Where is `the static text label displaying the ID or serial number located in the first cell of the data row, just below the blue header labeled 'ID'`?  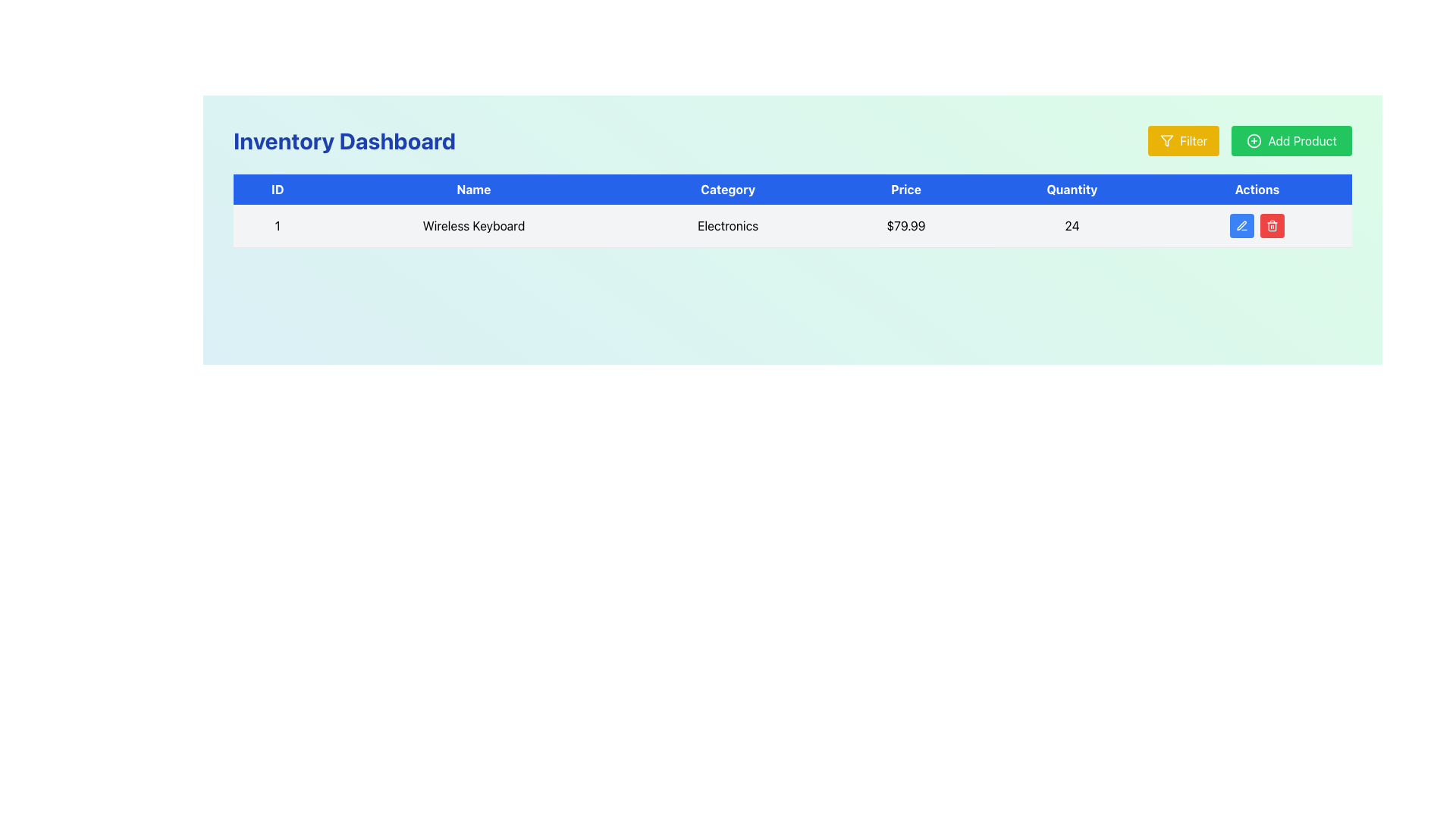 the static text label displaying the ID or serial number located in the first cell of the data row, just below the blue header labeled 'ID' is located at coordinates (278, 226).